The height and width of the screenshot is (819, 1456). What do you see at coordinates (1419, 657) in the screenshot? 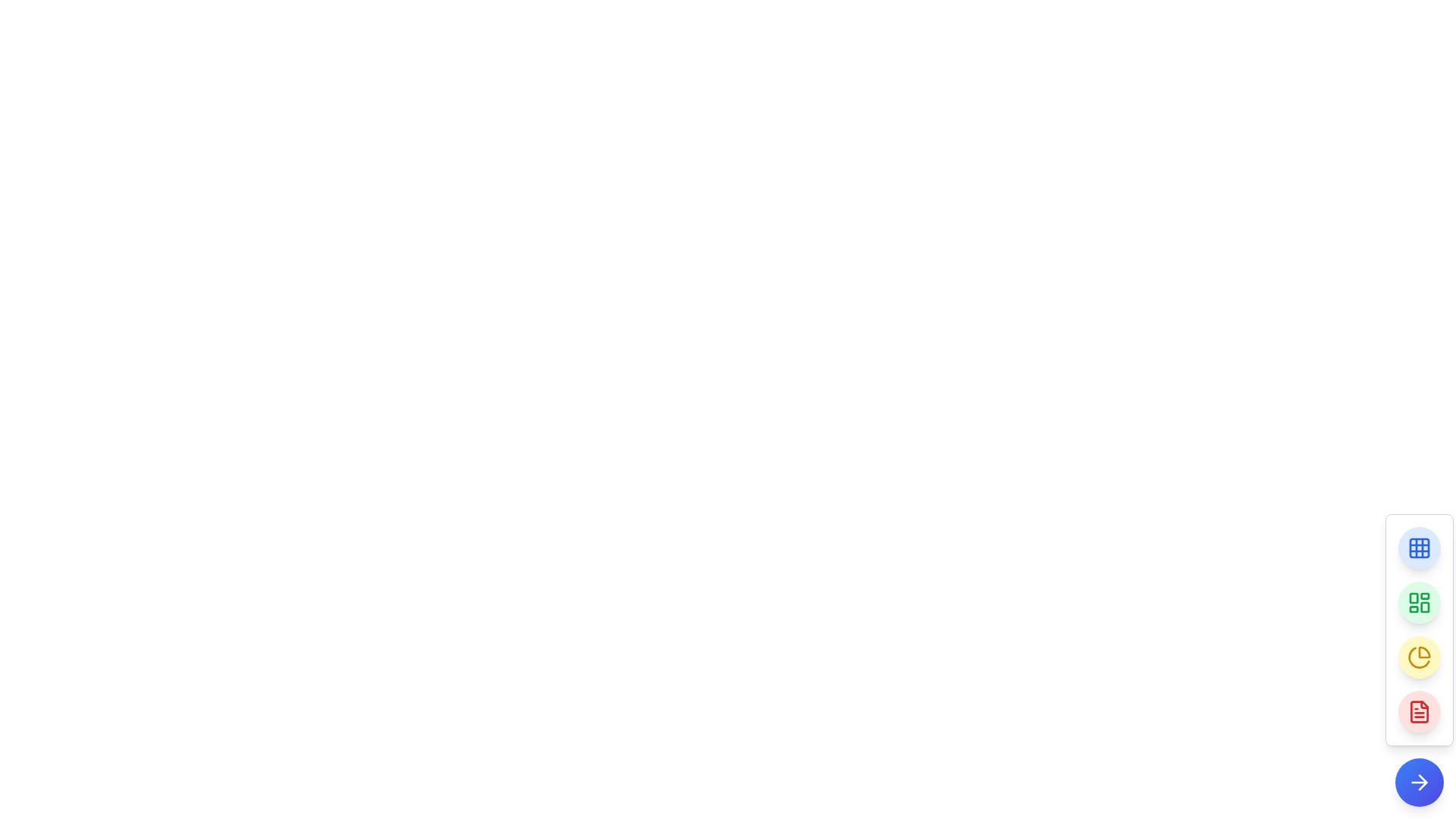
I see `the yellow pie chart icon located in the third button of the vertical toolbar on the right side of the interface` at bounding box center [1419, 657].